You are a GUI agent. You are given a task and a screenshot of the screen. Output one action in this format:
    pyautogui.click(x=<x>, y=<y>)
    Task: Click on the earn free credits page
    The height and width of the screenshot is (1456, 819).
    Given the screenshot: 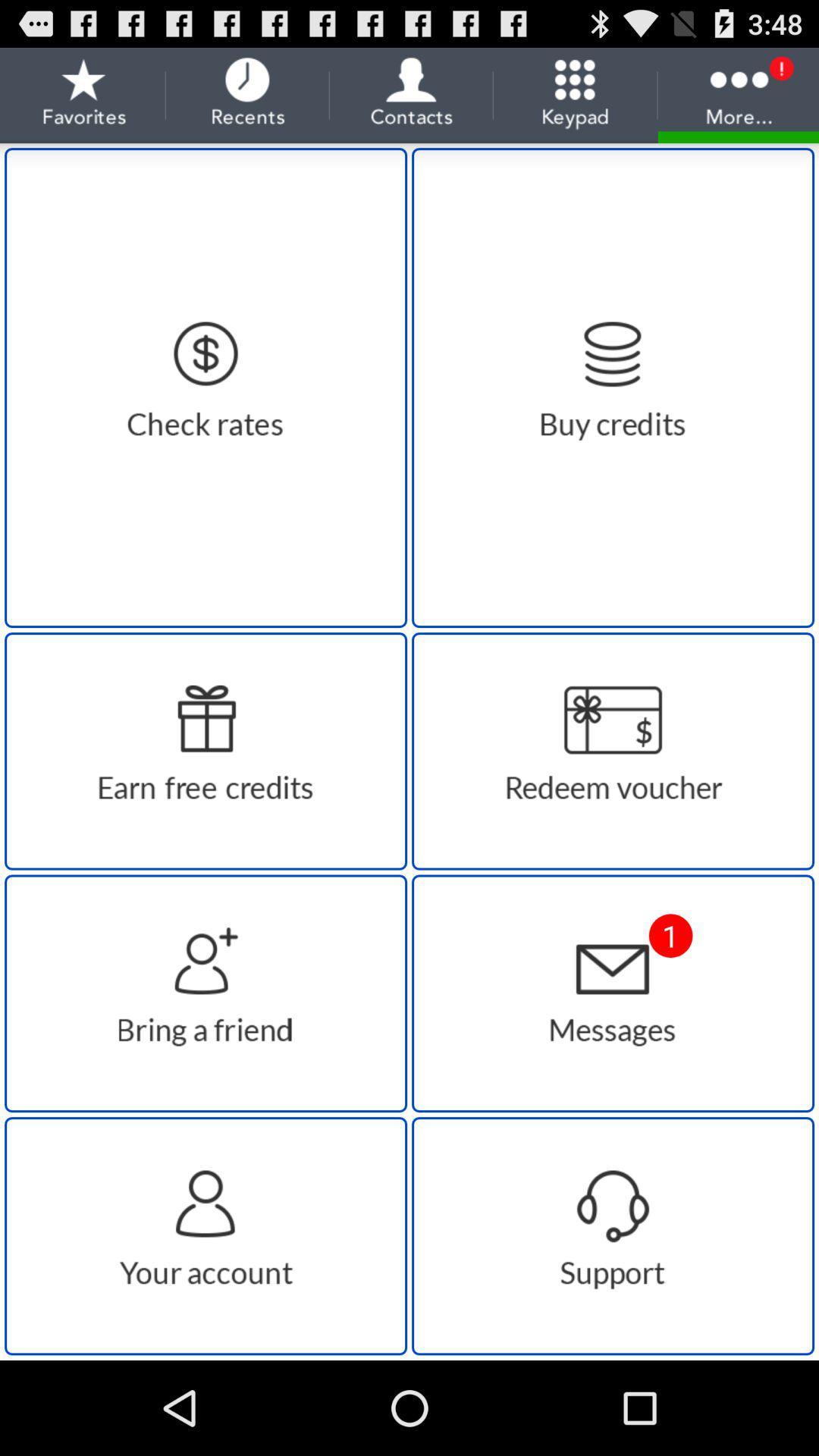 What is the action you would take?
    pyautogui.click(x=206, y=751)
    